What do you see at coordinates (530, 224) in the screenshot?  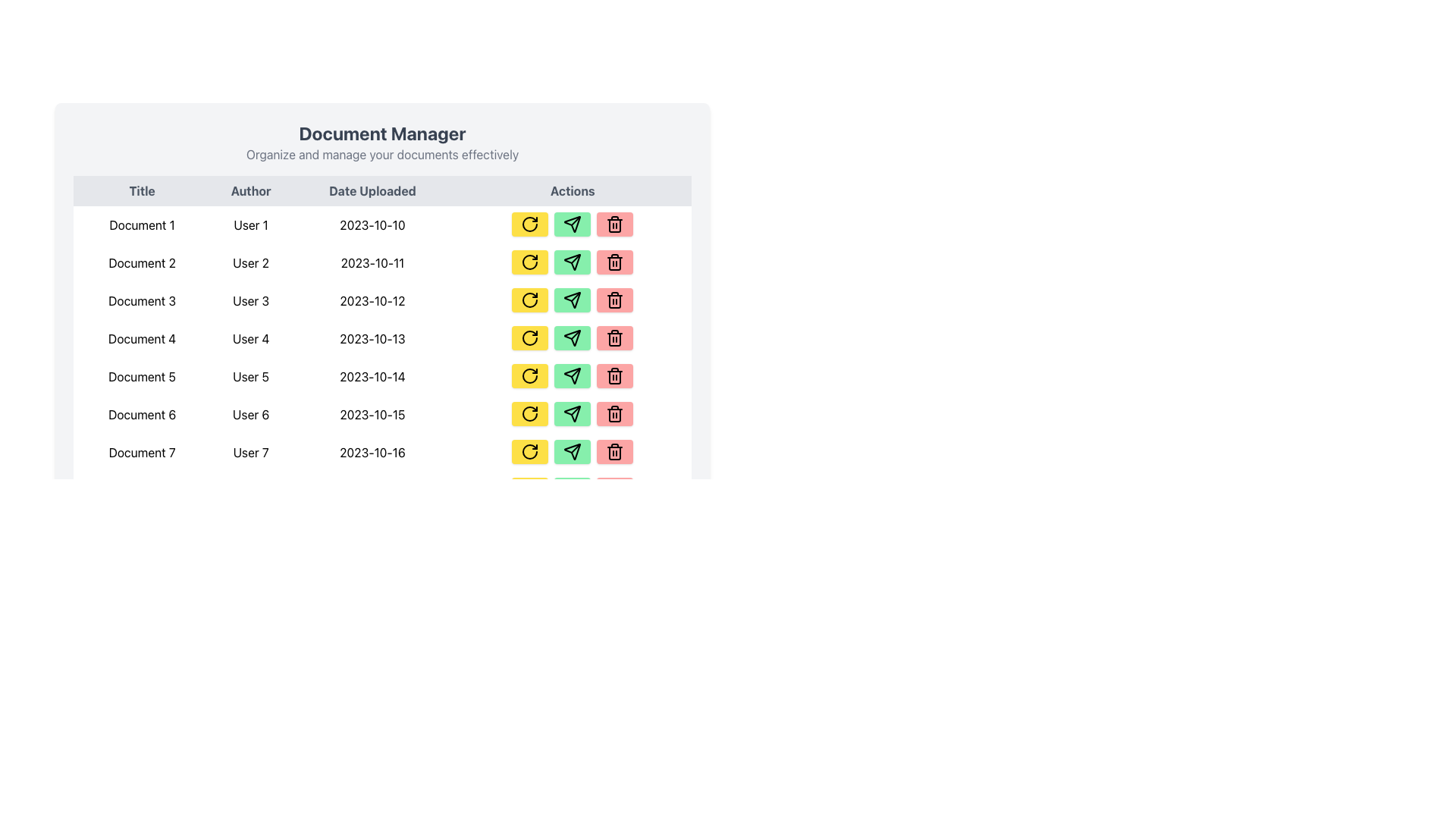 I see `the refresh button located in the 'Actions' column of the first row of the table` at bounding box center [530, 224].